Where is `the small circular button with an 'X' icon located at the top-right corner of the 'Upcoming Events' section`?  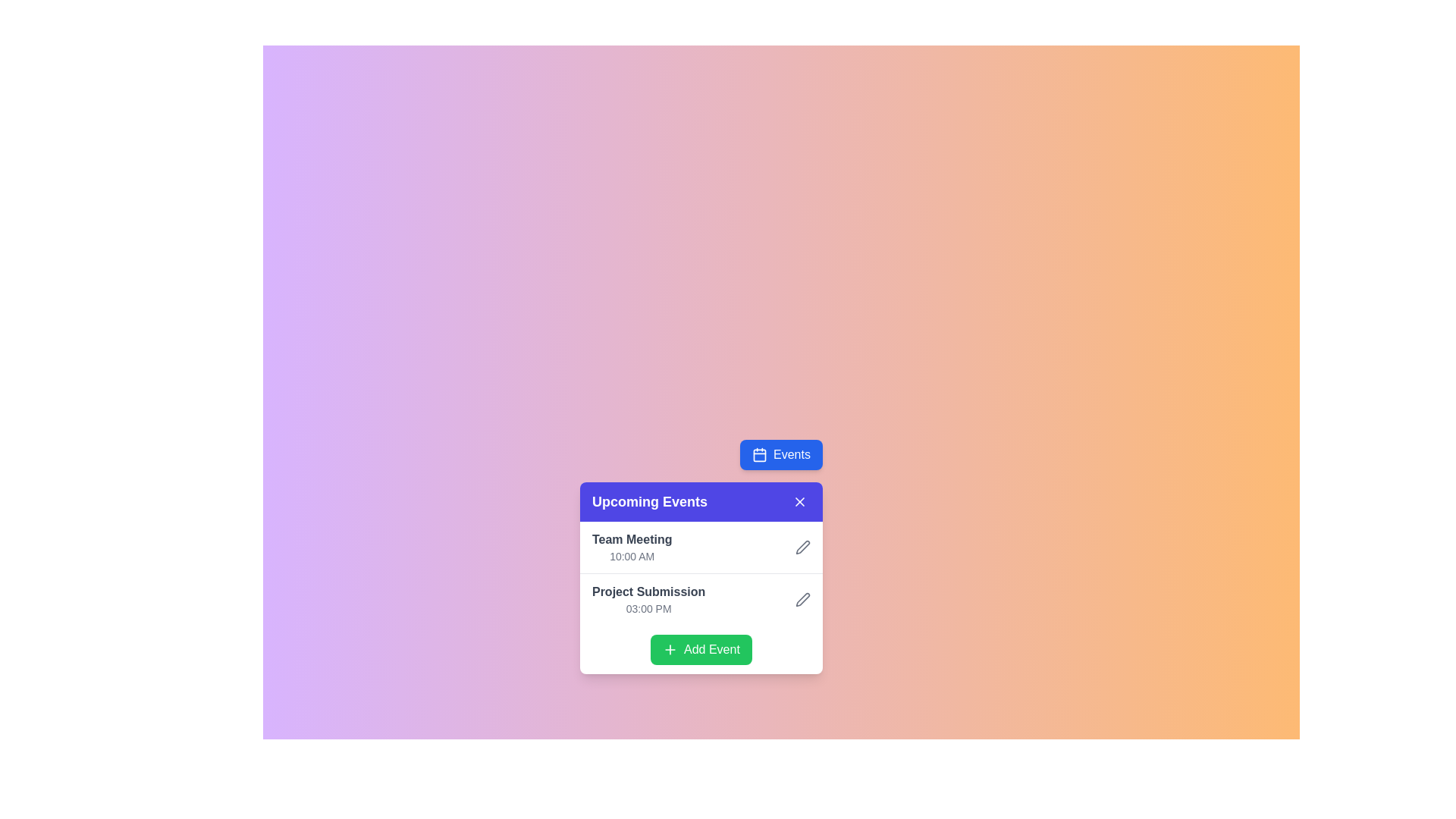 the small circular button with an 'X' icon located at the top-right corner of the 'Upcoming Events' section is located at coordinates (799, 502).